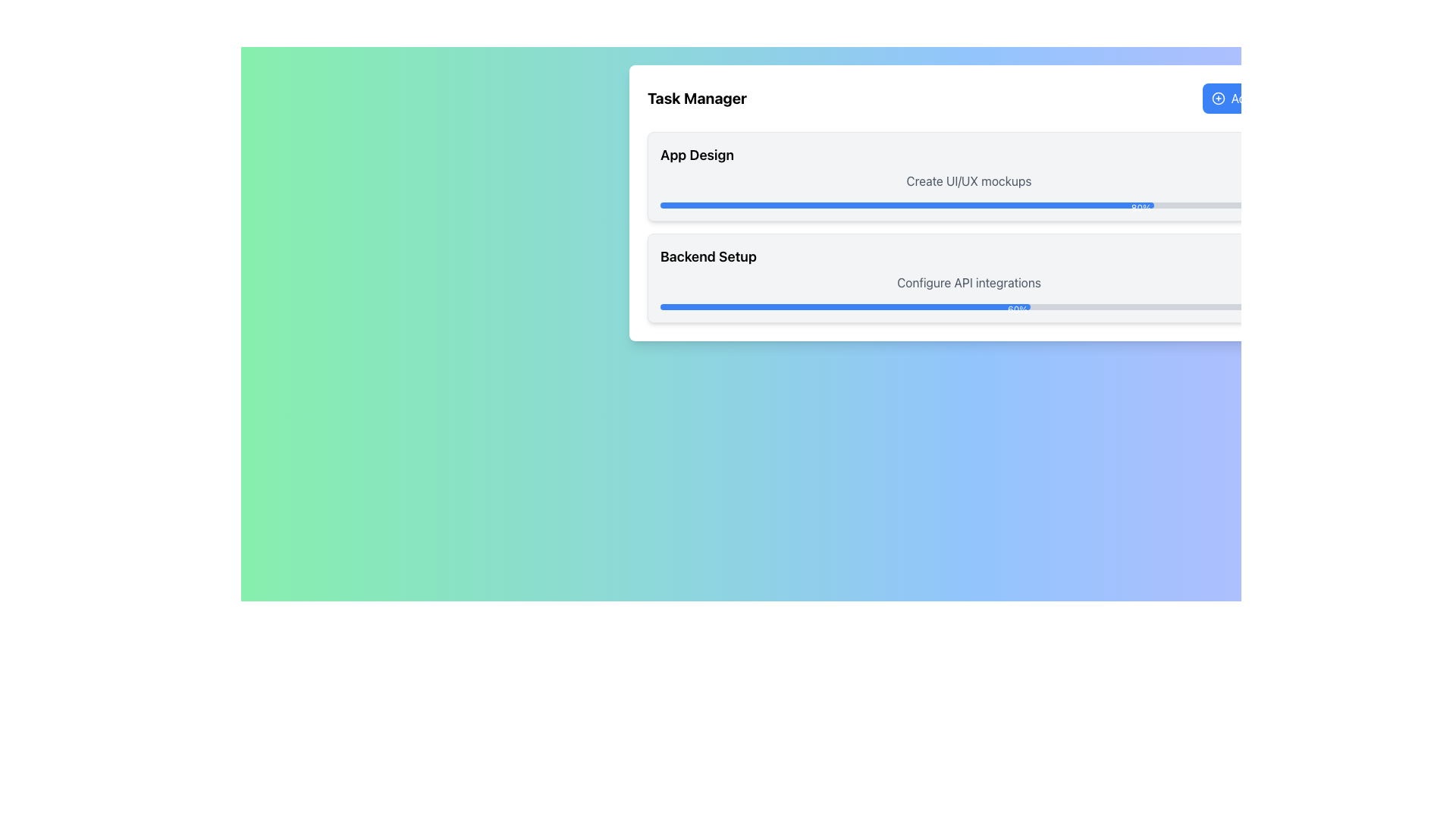 The height and width of the screenshot is (819, 1456). I want to click on the text field labeled 'Create UI/UX mockups' which is styled with a gray font color and located within the 'App Design' card section, so click(968, 180).